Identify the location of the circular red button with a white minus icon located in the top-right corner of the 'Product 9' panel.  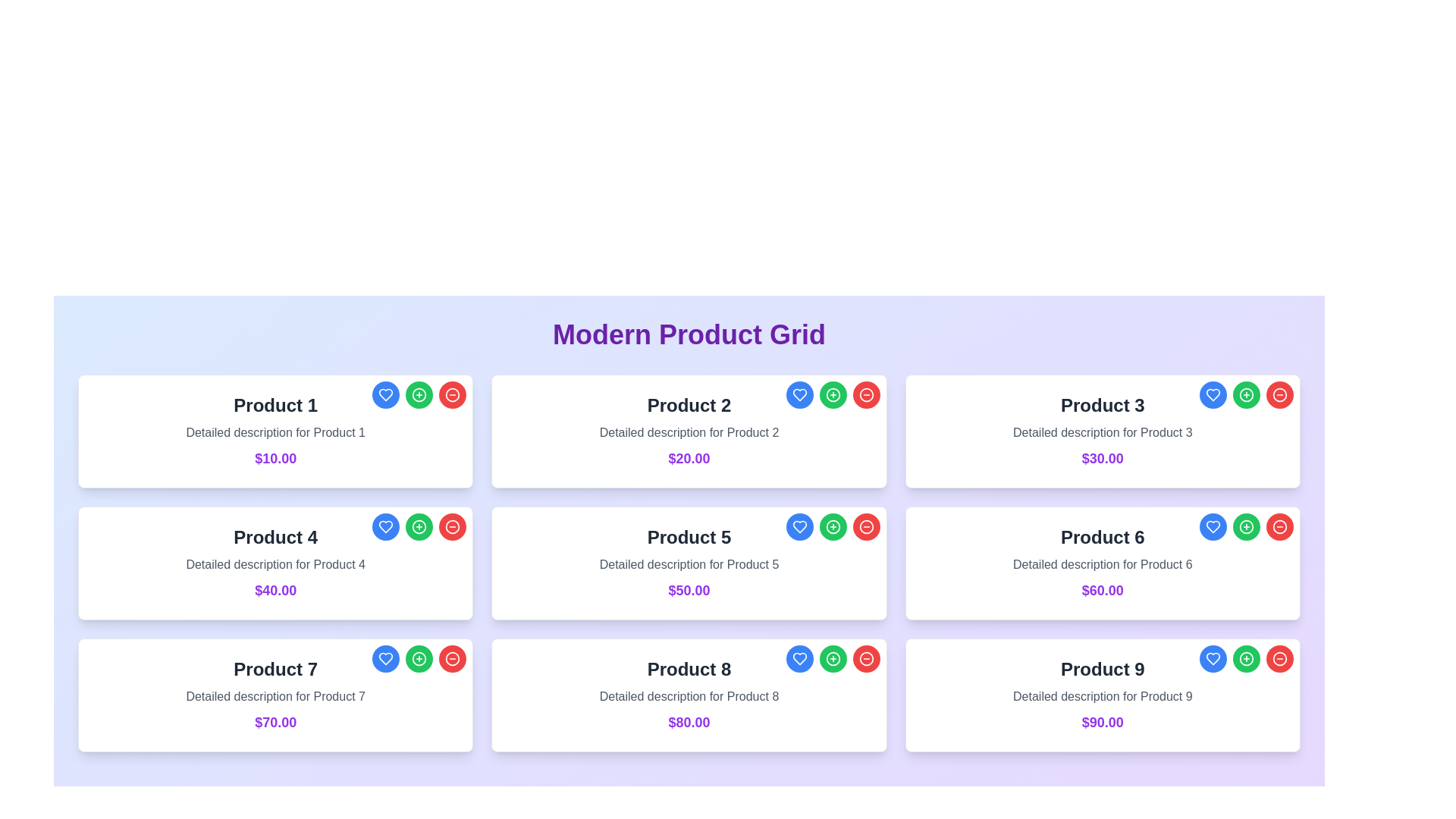
(1279, 657).